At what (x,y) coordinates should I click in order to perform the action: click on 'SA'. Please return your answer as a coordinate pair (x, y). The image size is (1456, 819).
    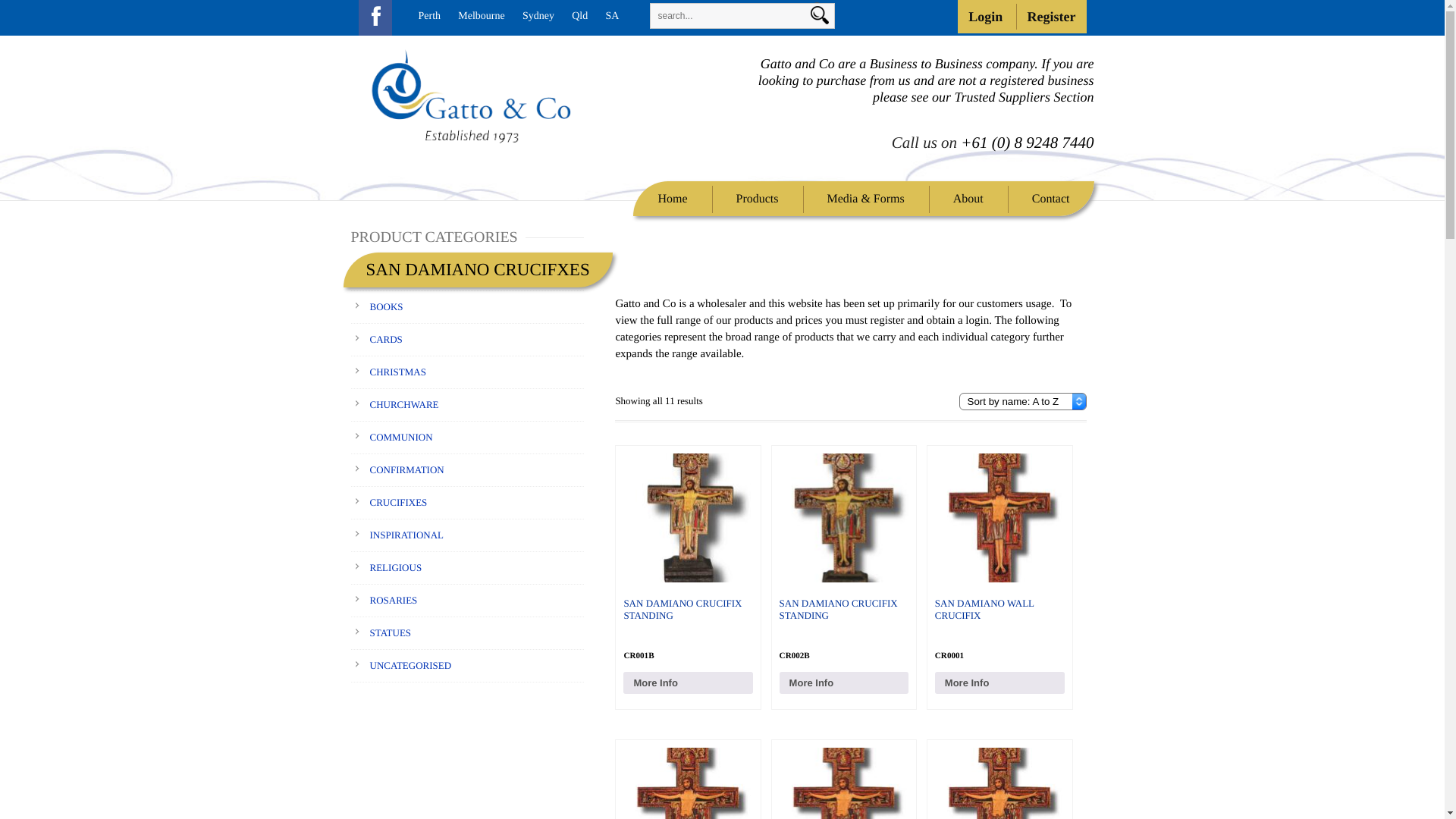
    Looking at the image, I should click on (611, 16).